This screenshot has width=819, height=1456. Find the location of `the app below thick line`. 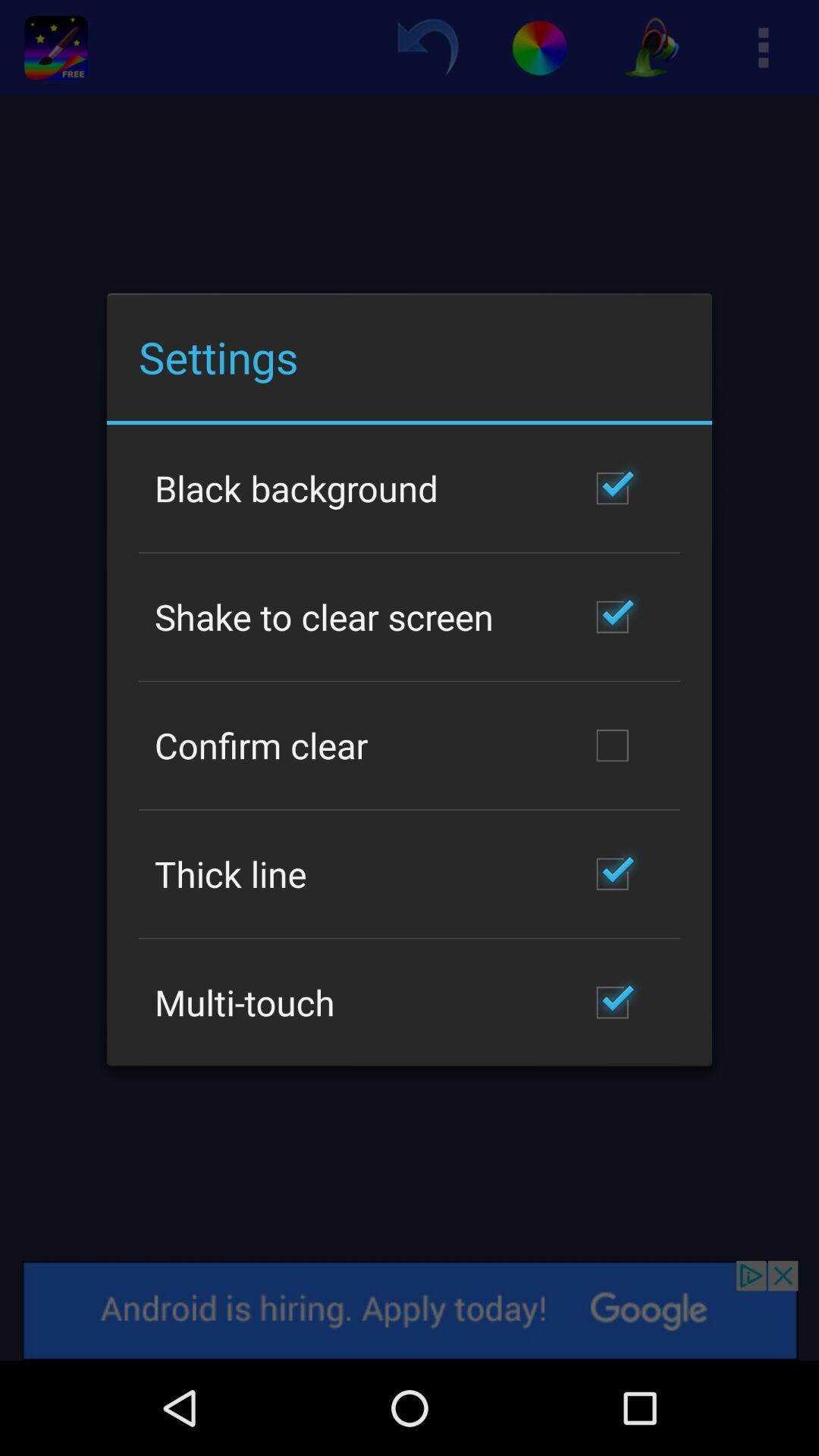

the app below thick line is located at coordinates (243, 1002).